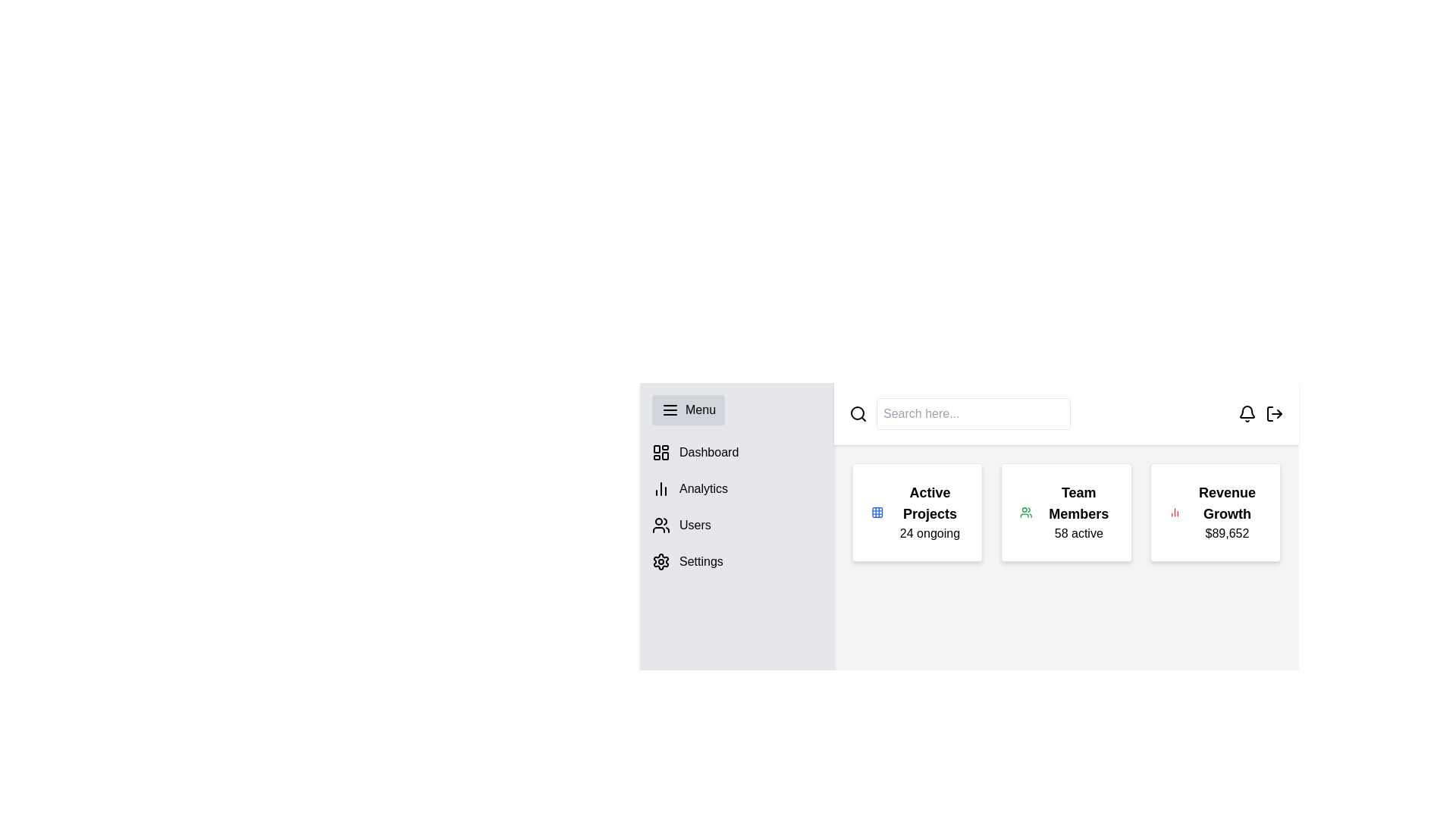 This screenshot has width=1456, height=819. Describe the element at coordinates (661, 452) in the screenshot. I see `the compact grid-like icon located beside the 'Dashboard' label in the vertical menu` at that location.